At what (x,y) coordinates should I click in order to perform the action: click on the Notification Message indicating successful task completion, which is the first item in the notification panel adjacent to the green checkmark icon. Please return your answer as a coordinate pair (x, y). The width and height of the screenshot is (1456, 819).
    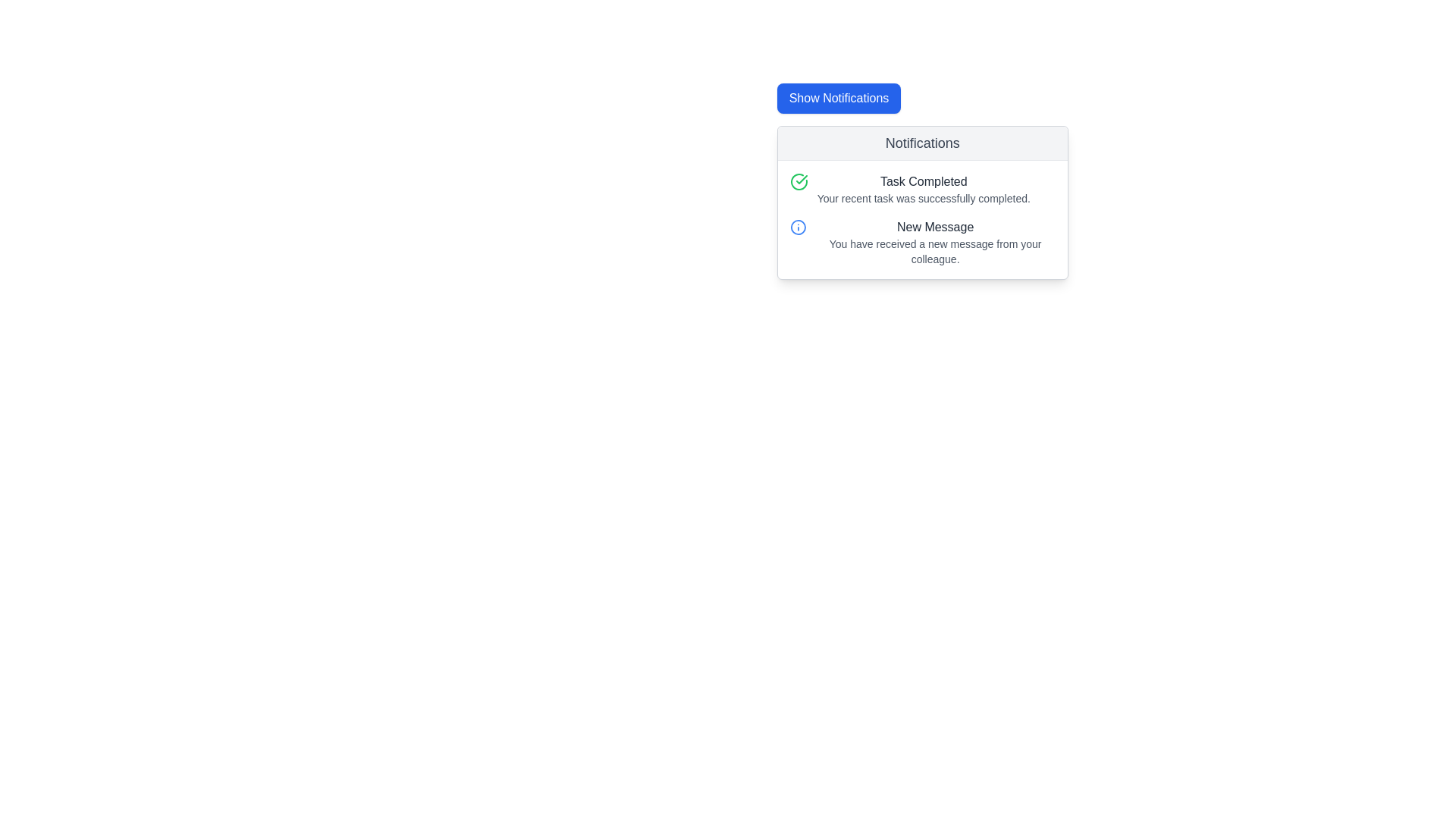
    Looking at the image, I should click on (923, 189).